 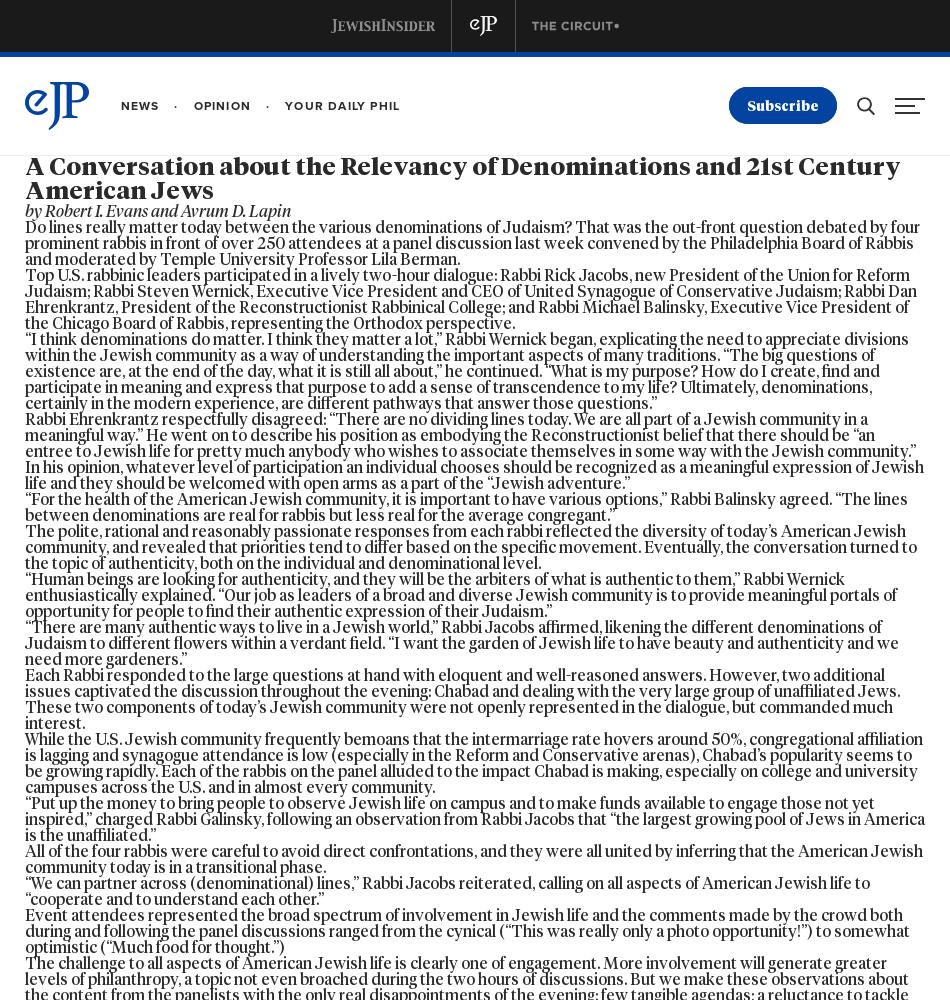 I want to click on 'Rabbi Ehrenkrantz respectfully disagreed: “There are no dividing lines today. We are all part of a Jewish community in a meaningful way.” He went on to describe his position as embodying the Reconstructionist belief that there should be “an entree to Jewish life for pretty much anybody who wishes to associate themselves in some way with the Jewish community.”', so click(x=469, y=435).